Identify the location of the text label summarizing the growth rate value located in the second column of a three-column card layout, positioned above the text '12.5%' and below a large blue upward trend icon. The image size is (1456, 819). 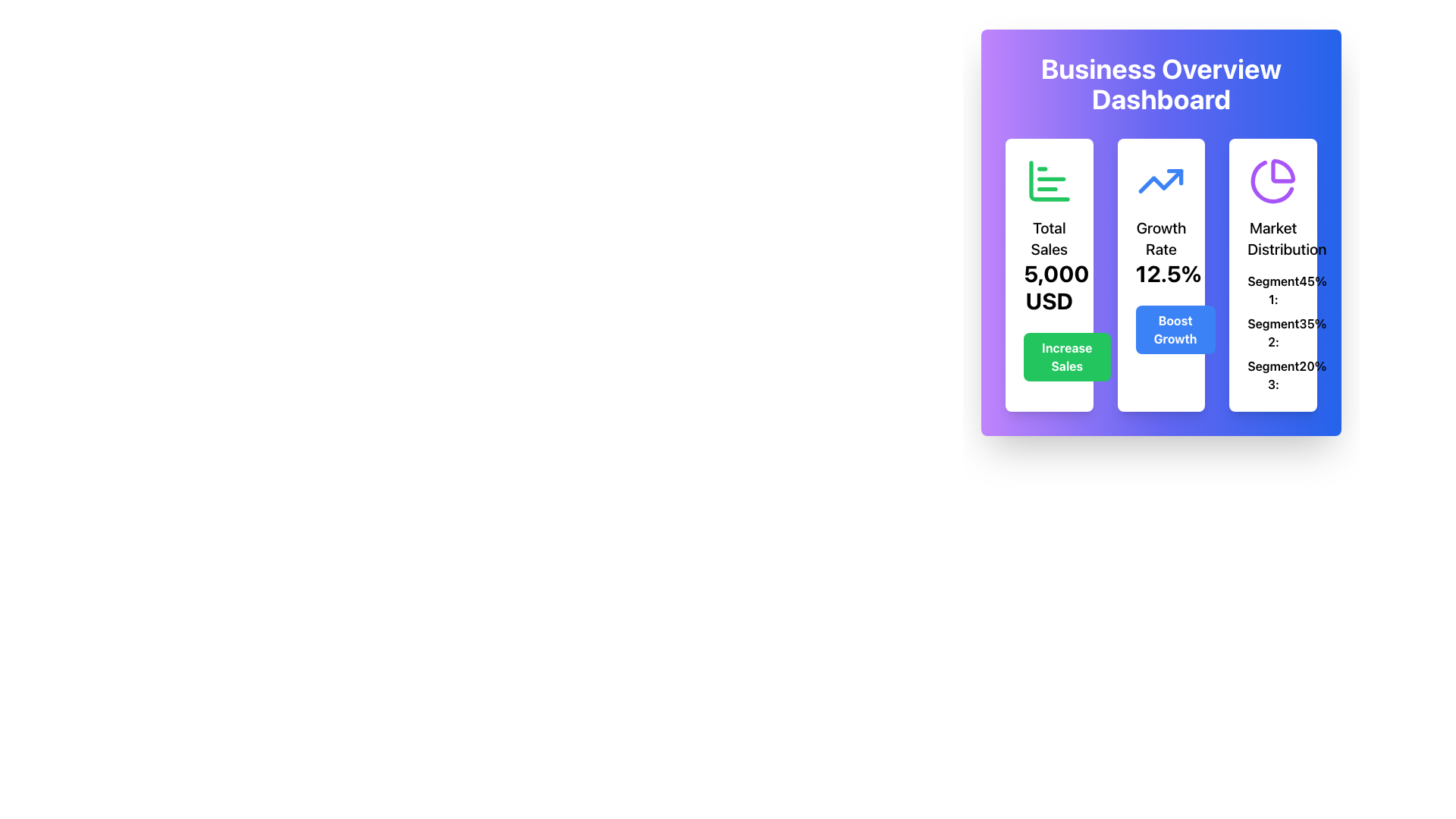
(1160, 239).